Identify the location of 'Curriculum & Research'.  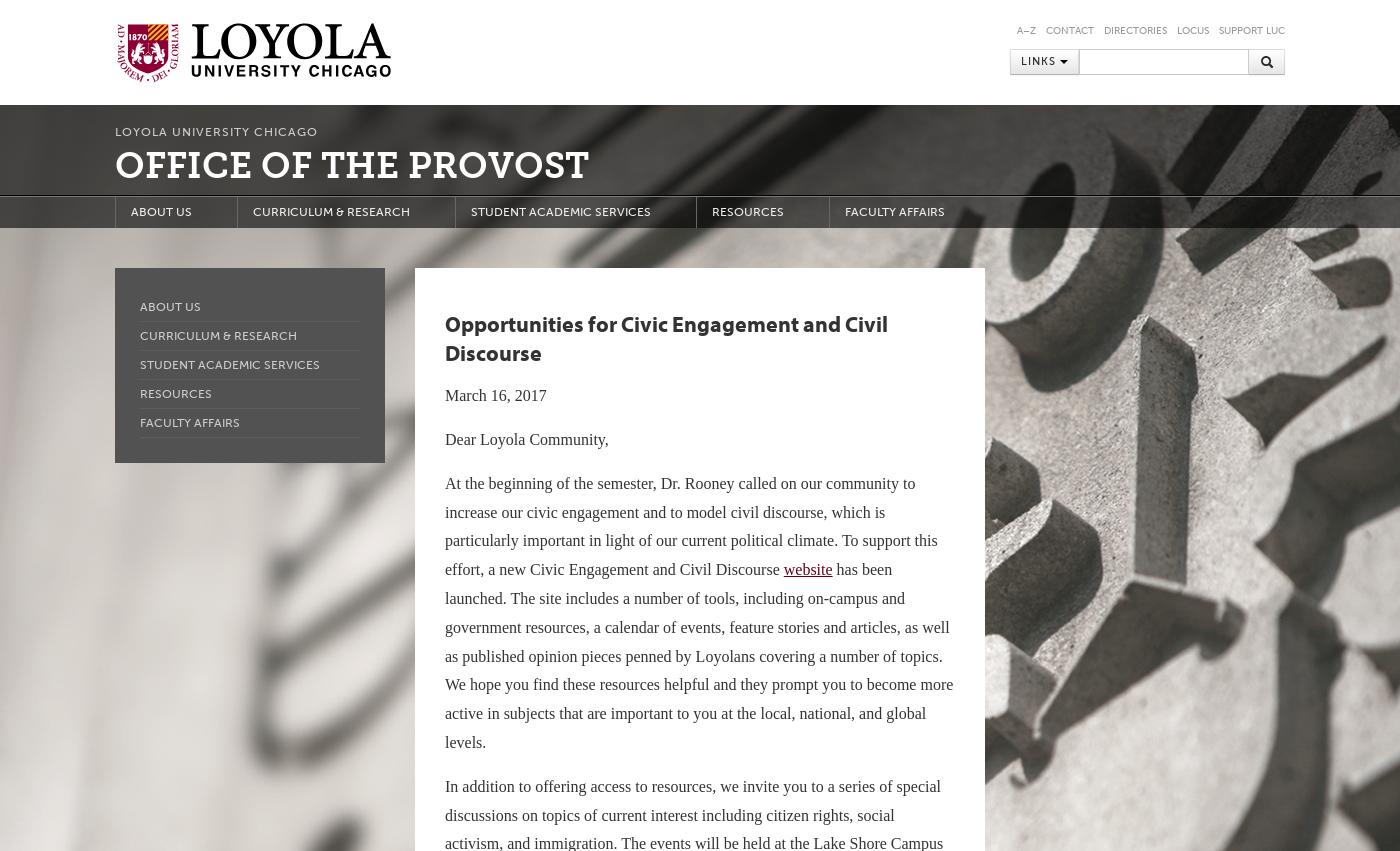
(218, 334).